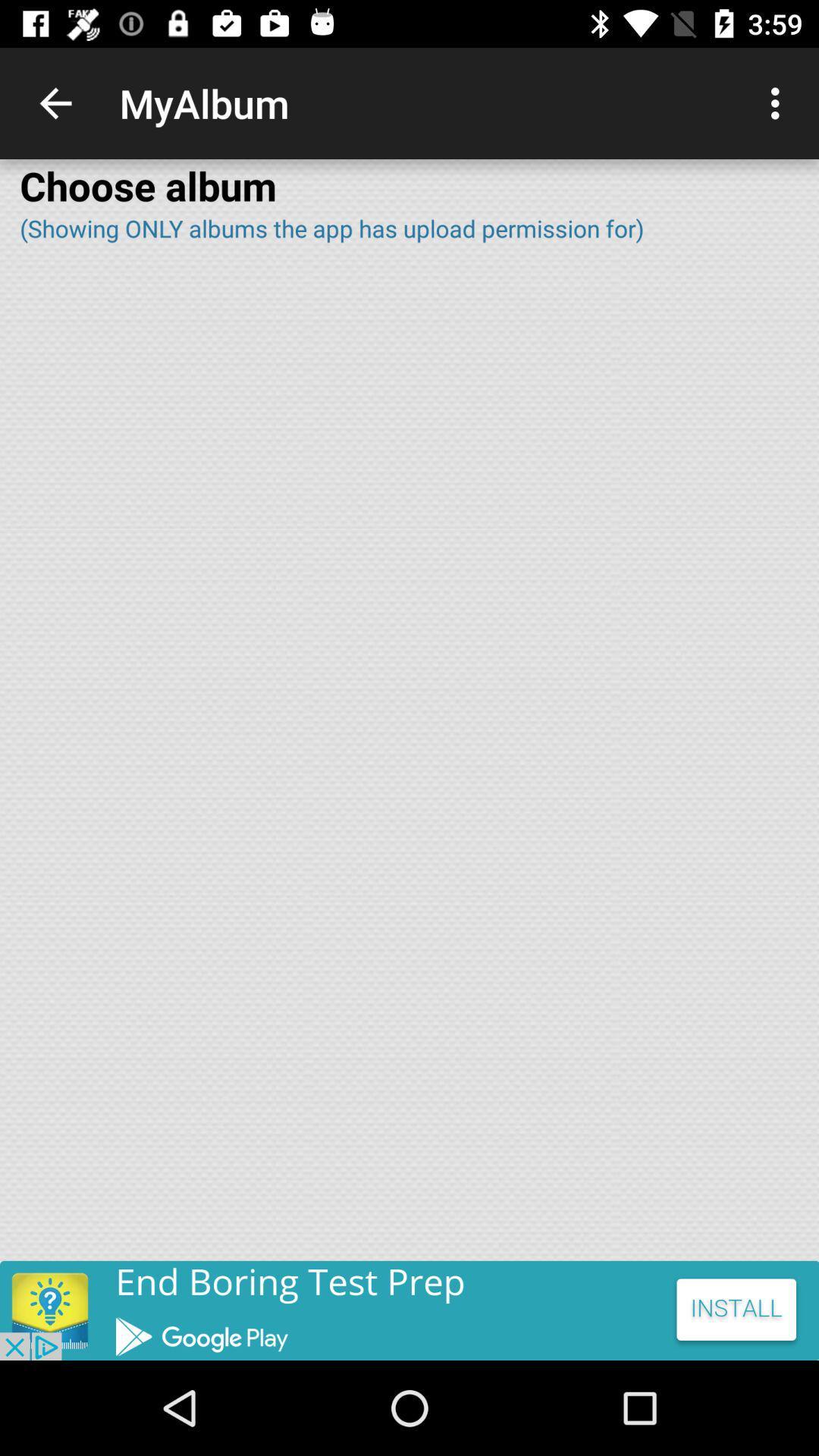  Describe the element at coordinates (409, 762) in the screenshot. I see `album box` at that location.